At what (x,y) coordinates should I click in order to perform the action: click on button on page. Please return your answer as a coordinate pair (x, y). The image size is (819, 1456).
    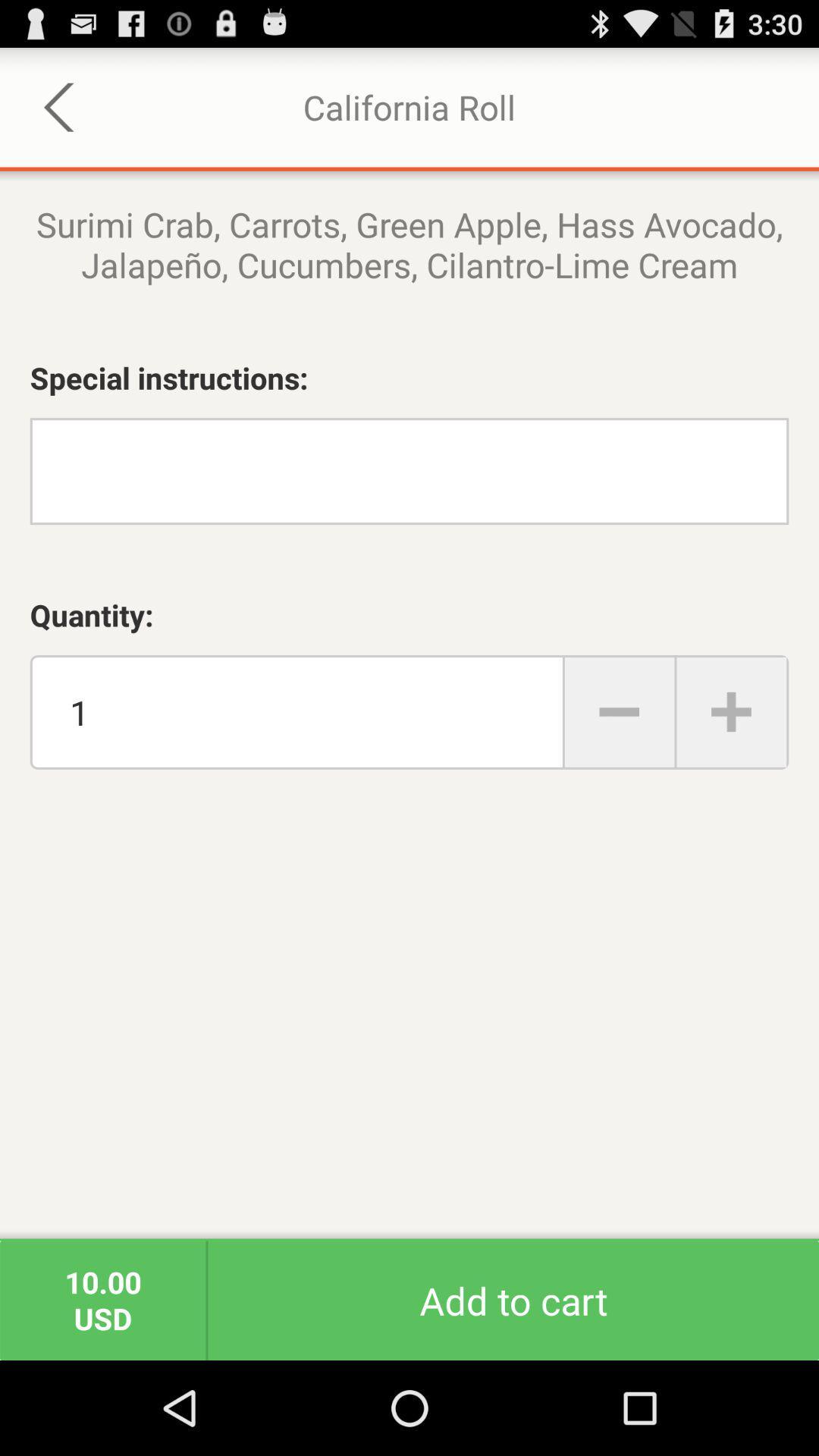
    Looking at the image, I should click on (620, 711).